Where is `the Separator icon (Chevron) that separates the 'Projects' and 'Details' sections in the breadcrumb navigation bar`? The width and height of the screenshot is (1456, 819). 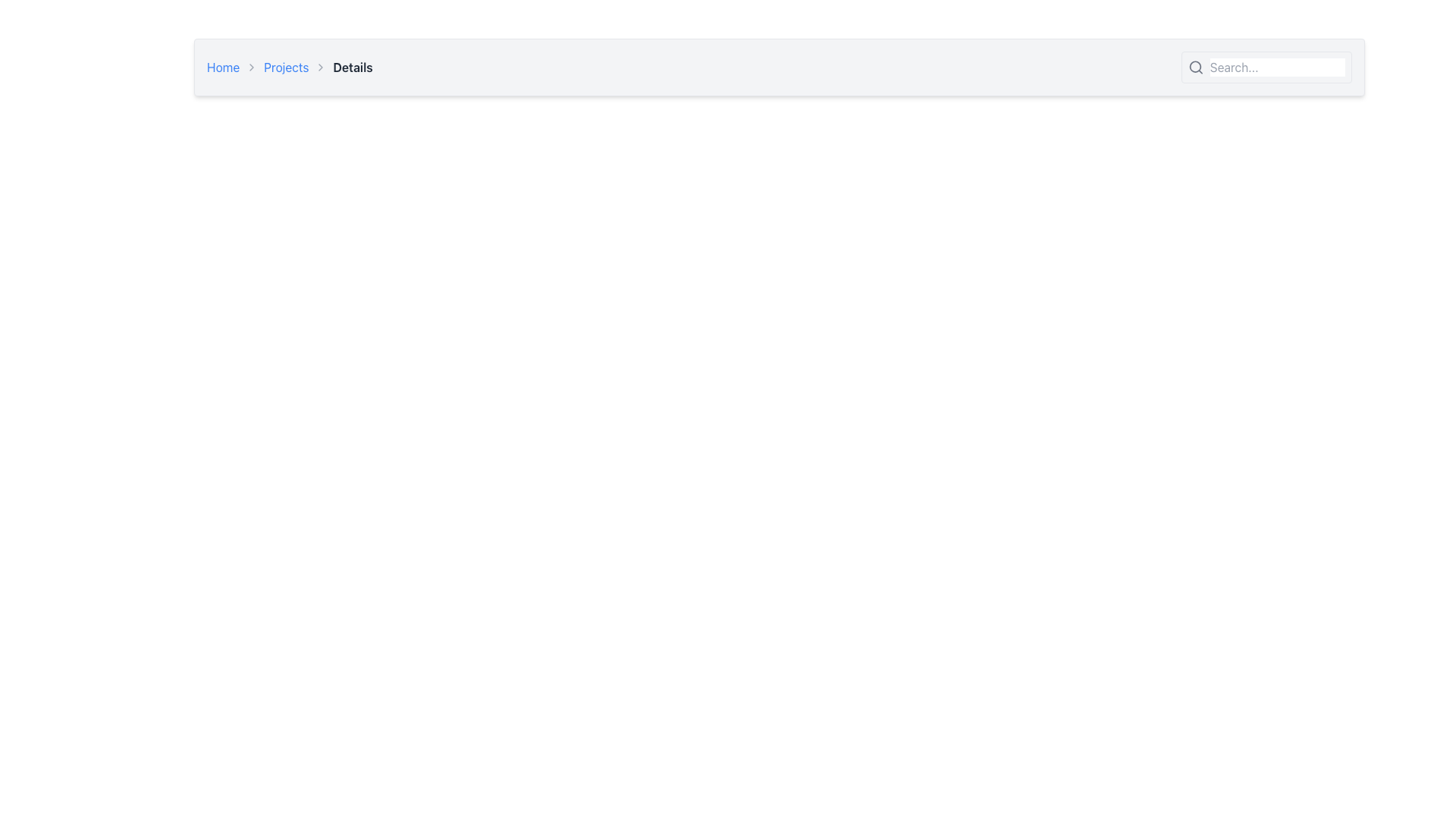
the Separator icon (Chevron) that separates the 'Projects' and 'Details' sections in the breadcrumb navigation bar is located at coordinates (320, 66).